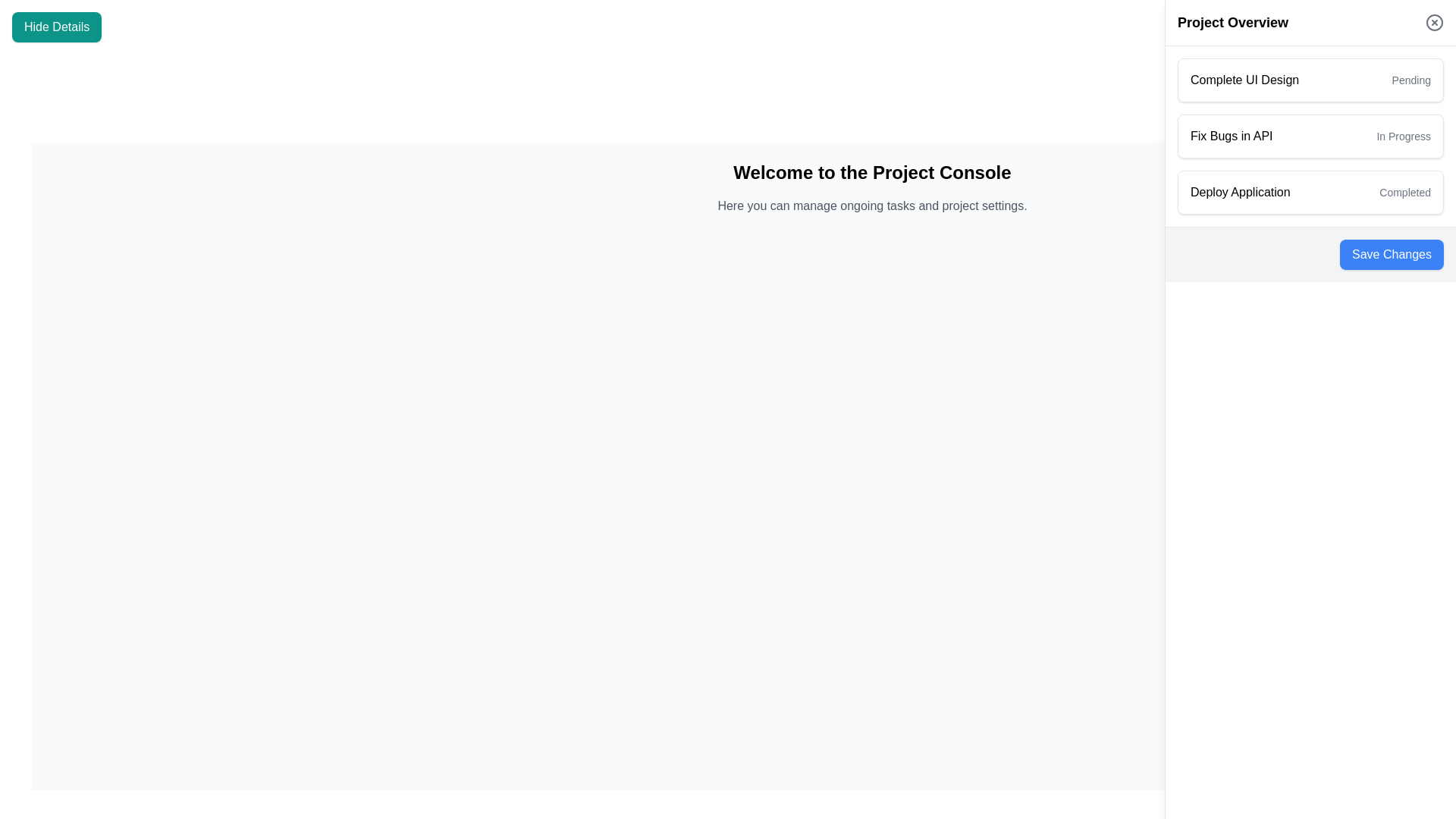 Image resolution: width=1456 pixels, height=819 pixels. What do you see at coordinates (1310, 80) in the screenshot?
I see `labels from the informational card displaying the task 'Complete UI Design' with status 'Pending' in the right panel of the 'Project Overview.'` at bounding box center [1310, 80].